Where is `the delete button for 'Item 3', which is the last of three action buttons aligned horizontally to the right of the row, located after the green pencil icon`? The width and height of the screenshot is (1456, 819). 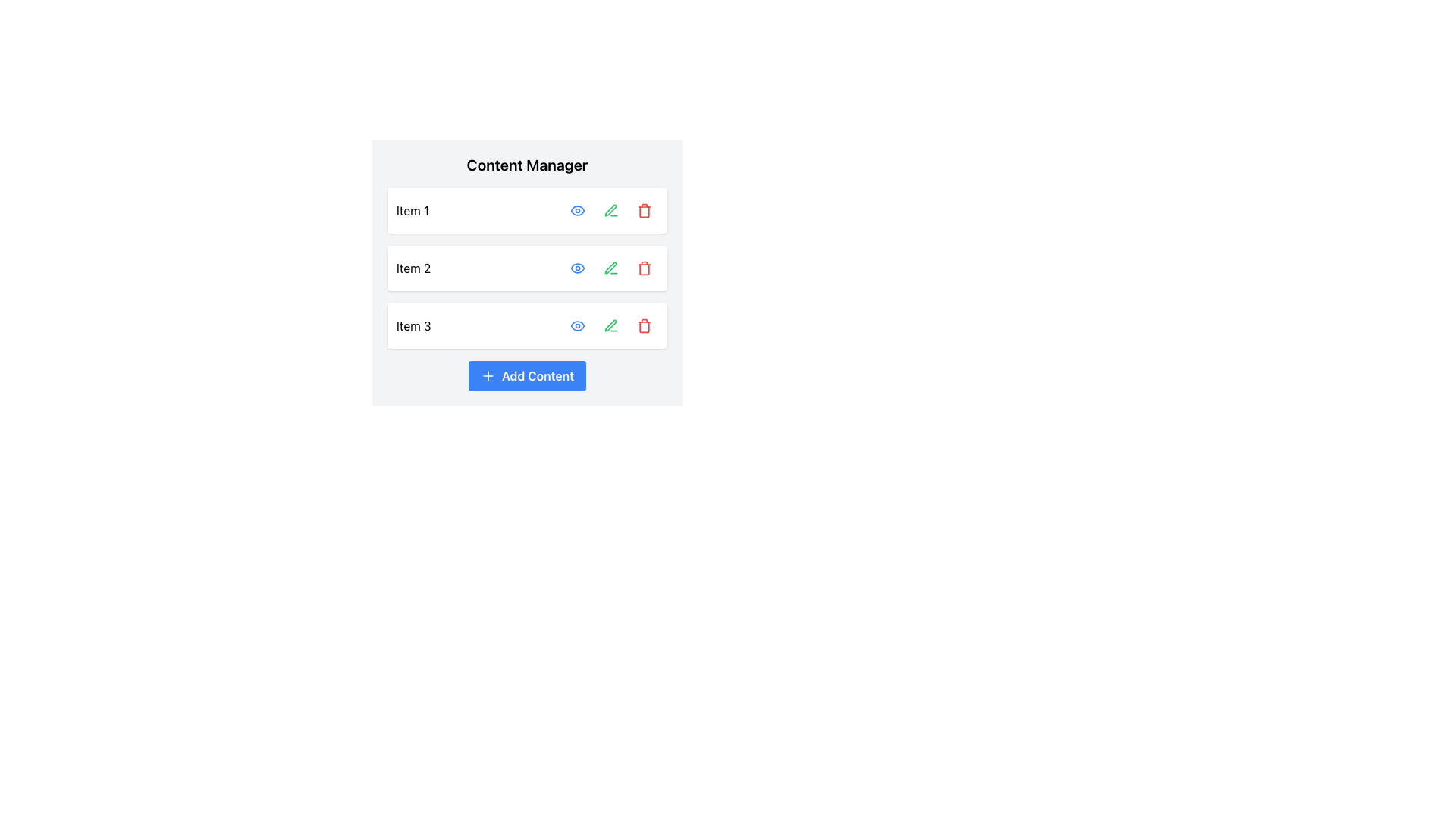
the delete button for 'Item 3', which is the last of three action buttons aligned horizontally to the right of the row, located after the green pencil icon is located at coordinates (644, 325).